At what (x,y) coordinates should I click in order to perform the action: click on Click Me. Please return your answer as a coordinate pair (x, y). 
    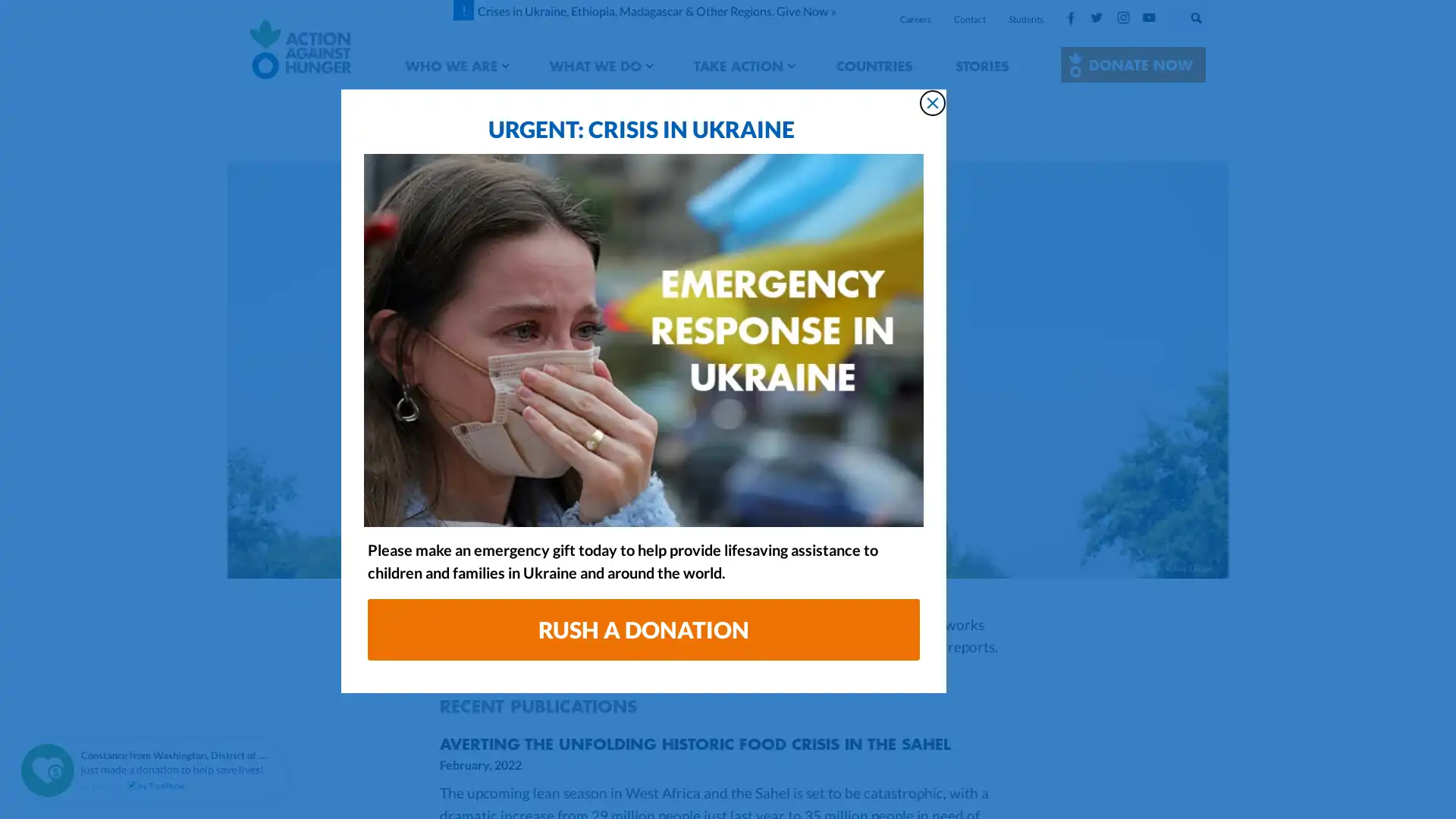
    Looking at the image, I should click on (1133, 64).